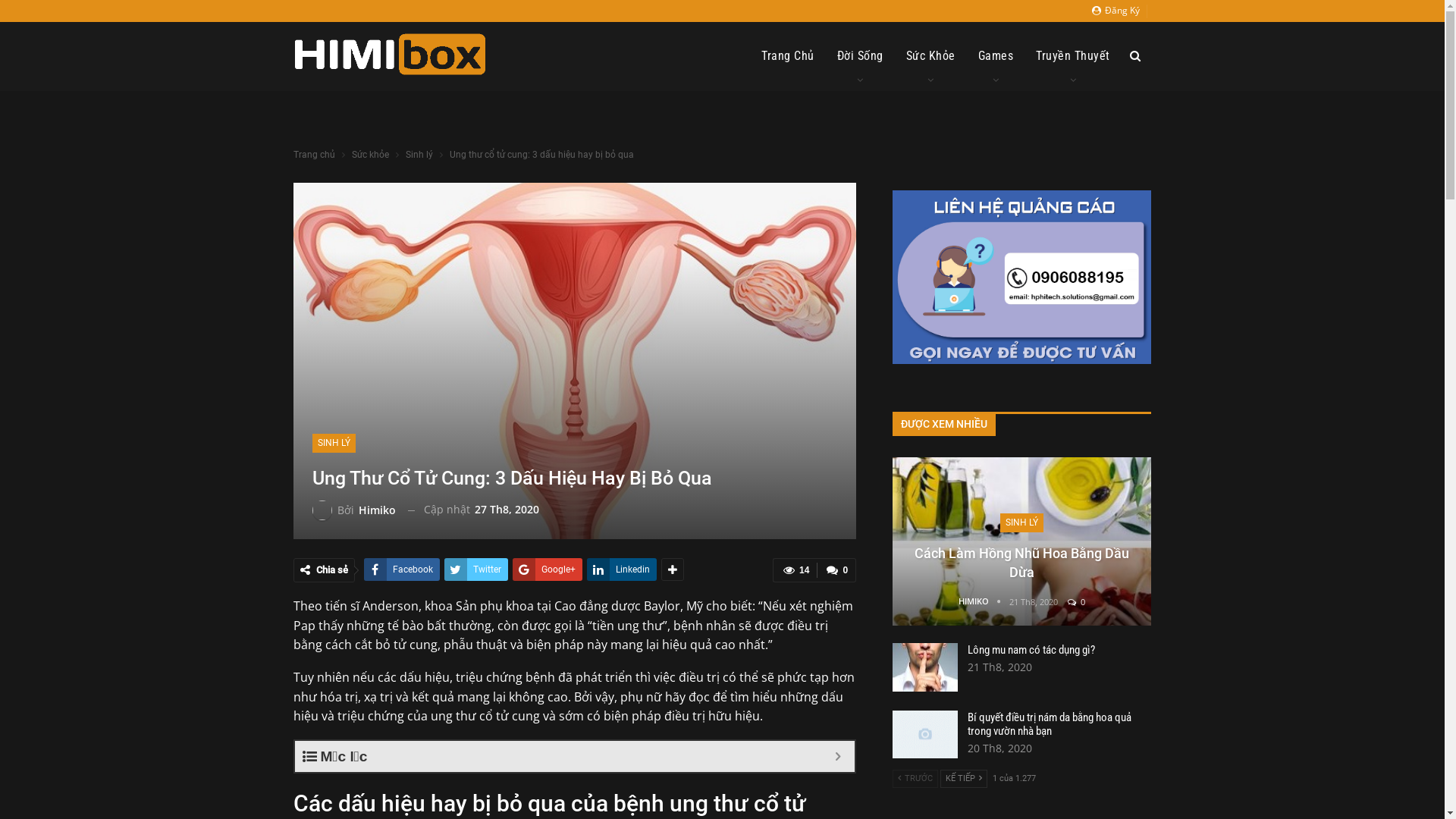  Describe the element at coordinates (401, 570) in the screenshot. I see `'Facebook'` at that location.